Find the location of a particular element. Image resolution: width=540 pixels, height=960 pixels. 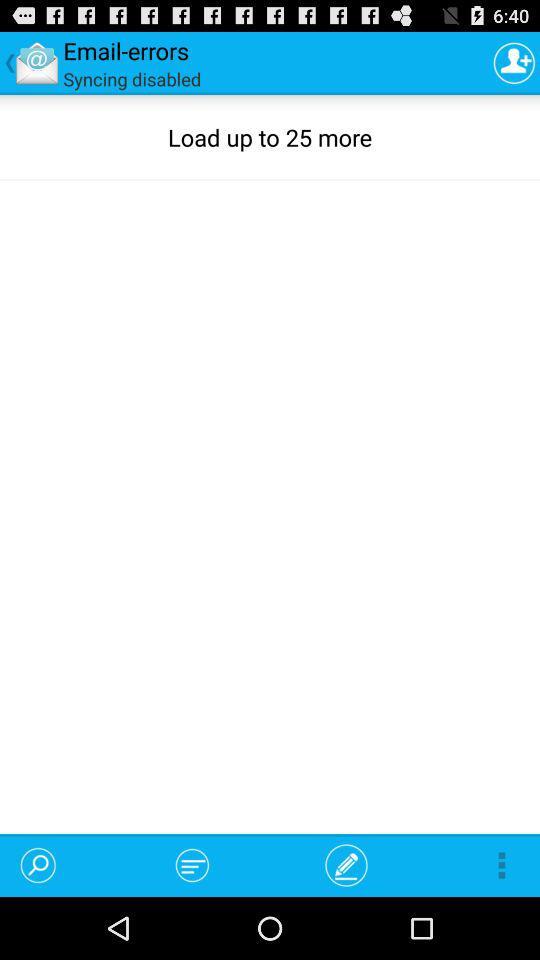

item below syncing disabled item is located at coordinates (38, 864).